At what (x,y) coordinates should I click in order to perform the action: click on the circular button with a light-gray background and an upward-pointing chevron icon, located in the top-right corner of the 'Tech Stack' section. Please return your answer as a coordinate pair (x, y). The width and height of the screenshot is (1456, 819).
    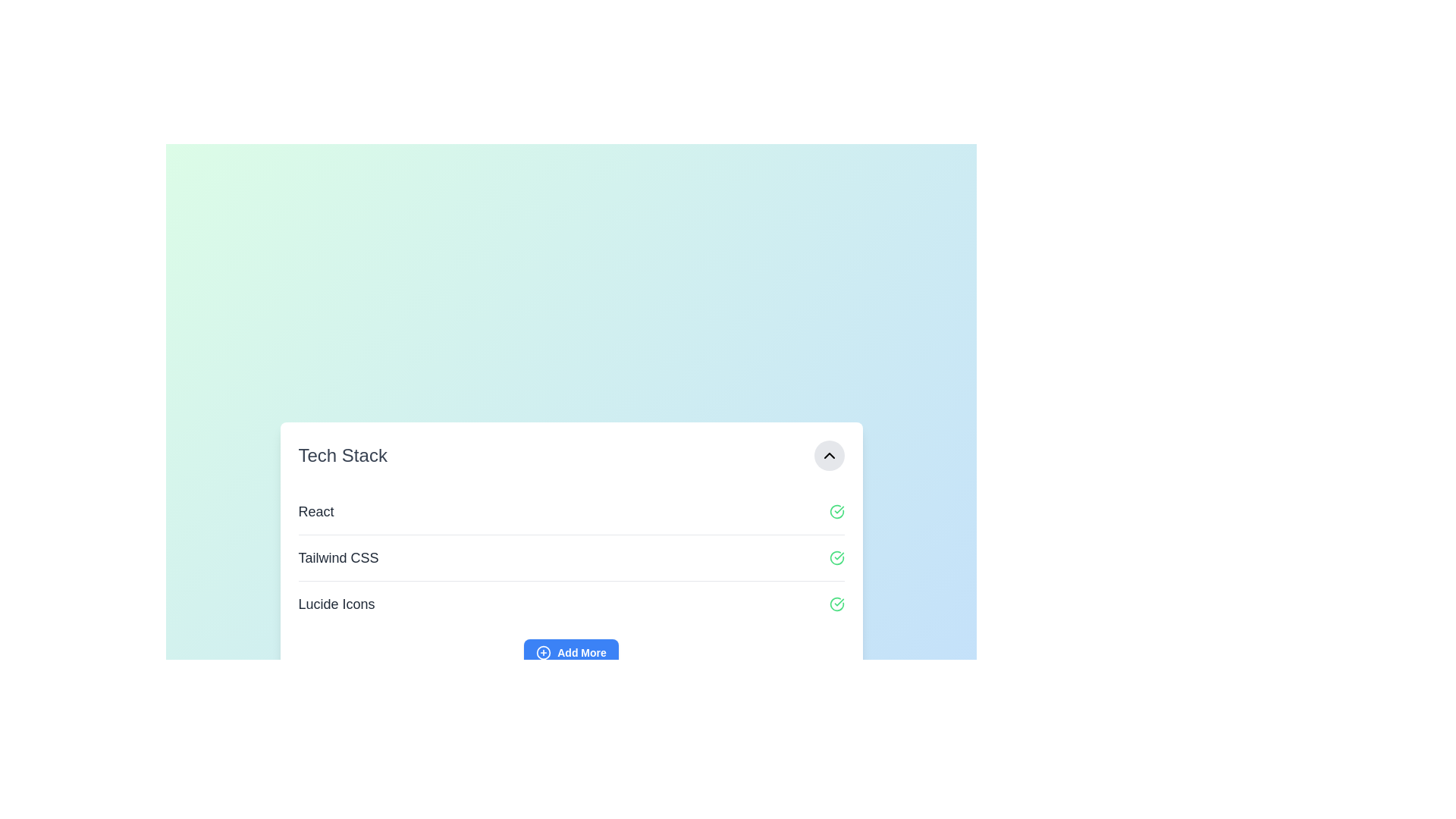
    Looking at the image, I should click on (828, 455).